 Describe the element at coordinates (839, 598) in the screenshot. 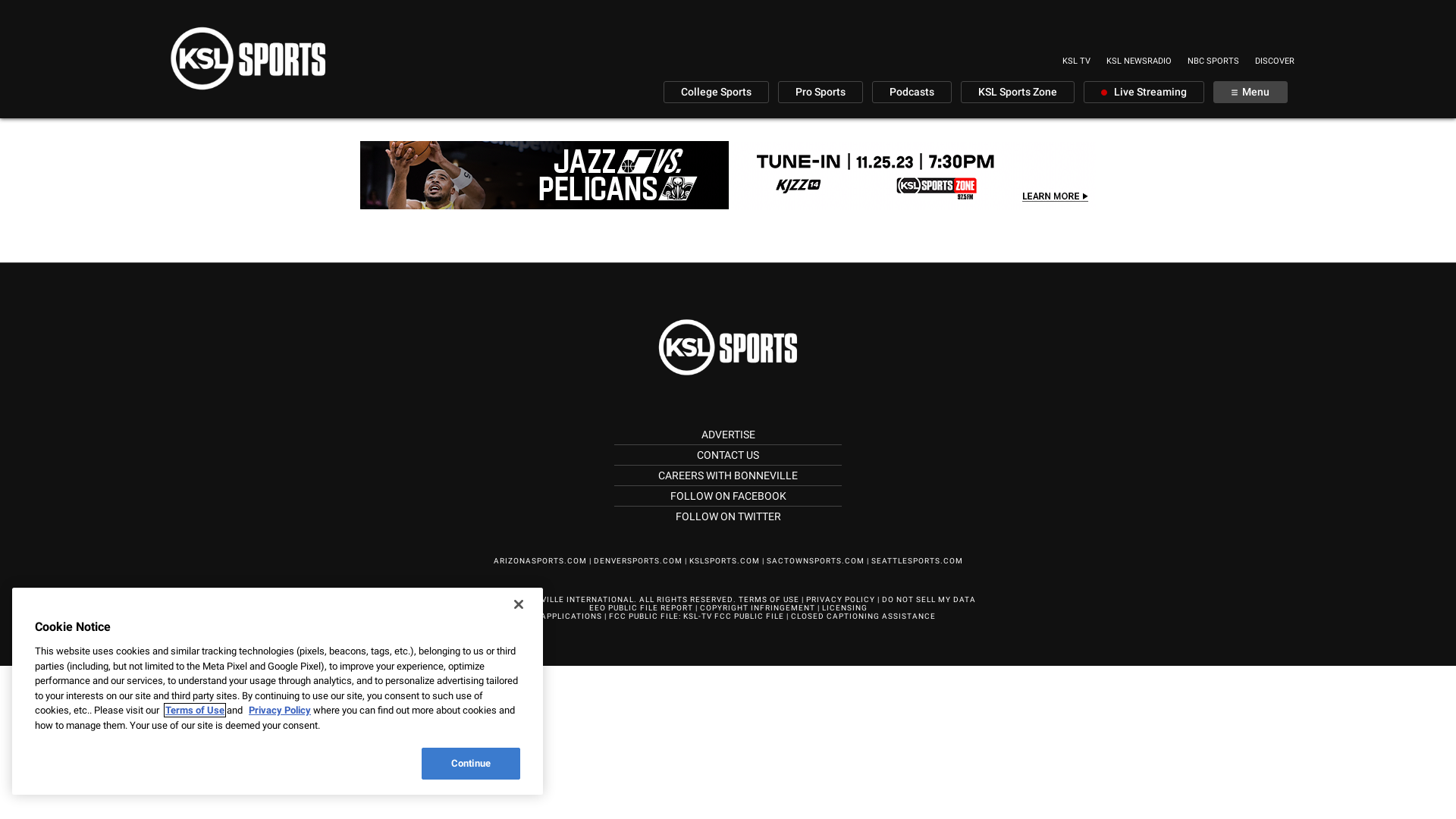

I see `'PRIVACY POLICY'` at that location.